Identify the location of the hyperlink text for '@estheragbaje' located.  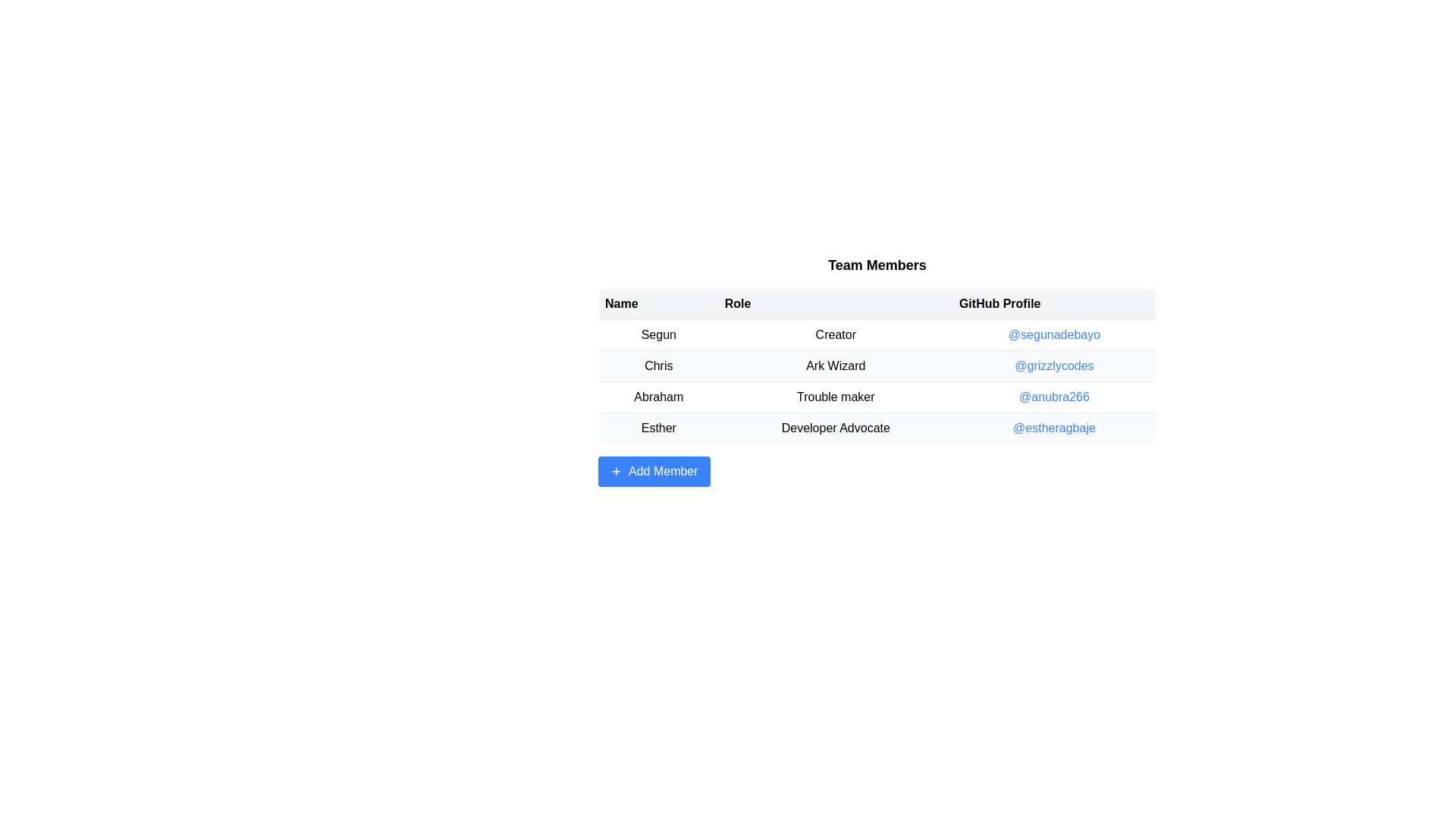
(1053, 428).